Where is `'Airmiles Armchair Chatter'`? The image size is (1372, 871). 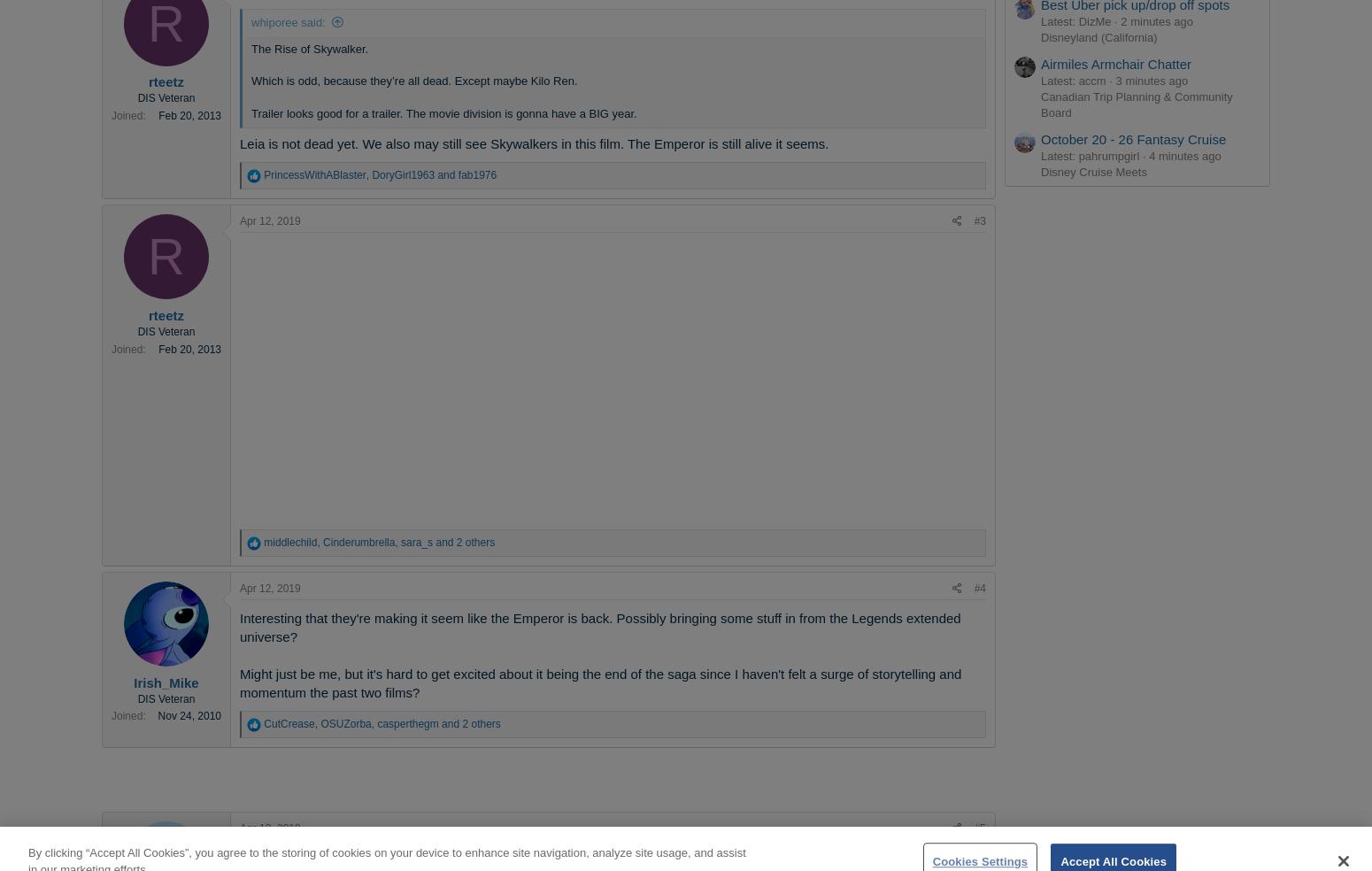
'Airmiles Armchair Chatter' is located at coordinates (1040, 62).